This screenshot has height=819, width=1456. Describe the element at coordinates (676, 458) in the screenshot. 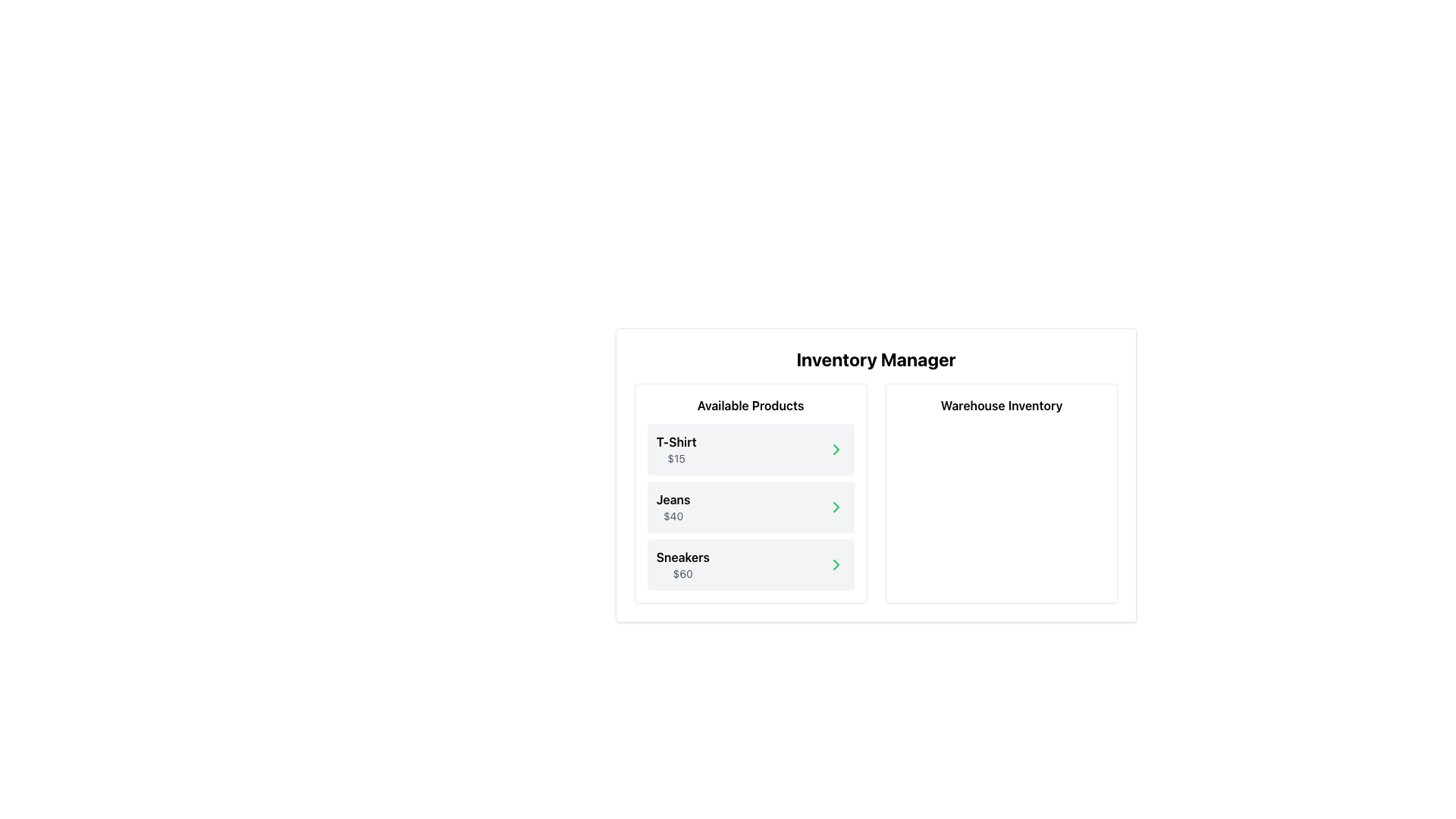

I see `the price text label displaying '$15', which is positioned below the 'T-Shirt' label and above the navigation arrow, within the product list` at that location.